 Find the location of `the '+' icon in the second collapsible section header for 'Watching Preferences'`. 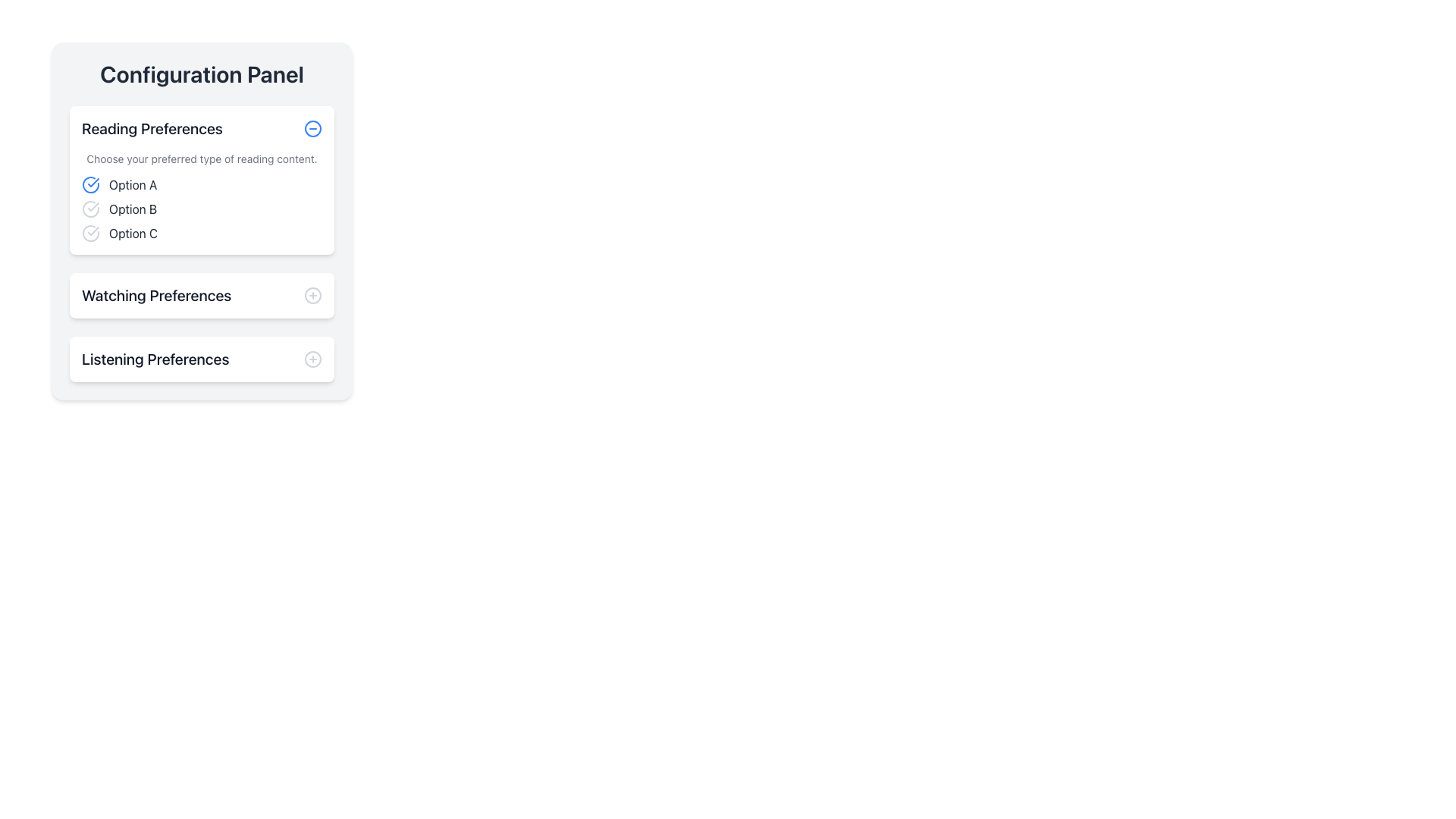

the '+' icon in the second collapsible section header for 'Watching Preferences' is located at coordinates (201, 295).